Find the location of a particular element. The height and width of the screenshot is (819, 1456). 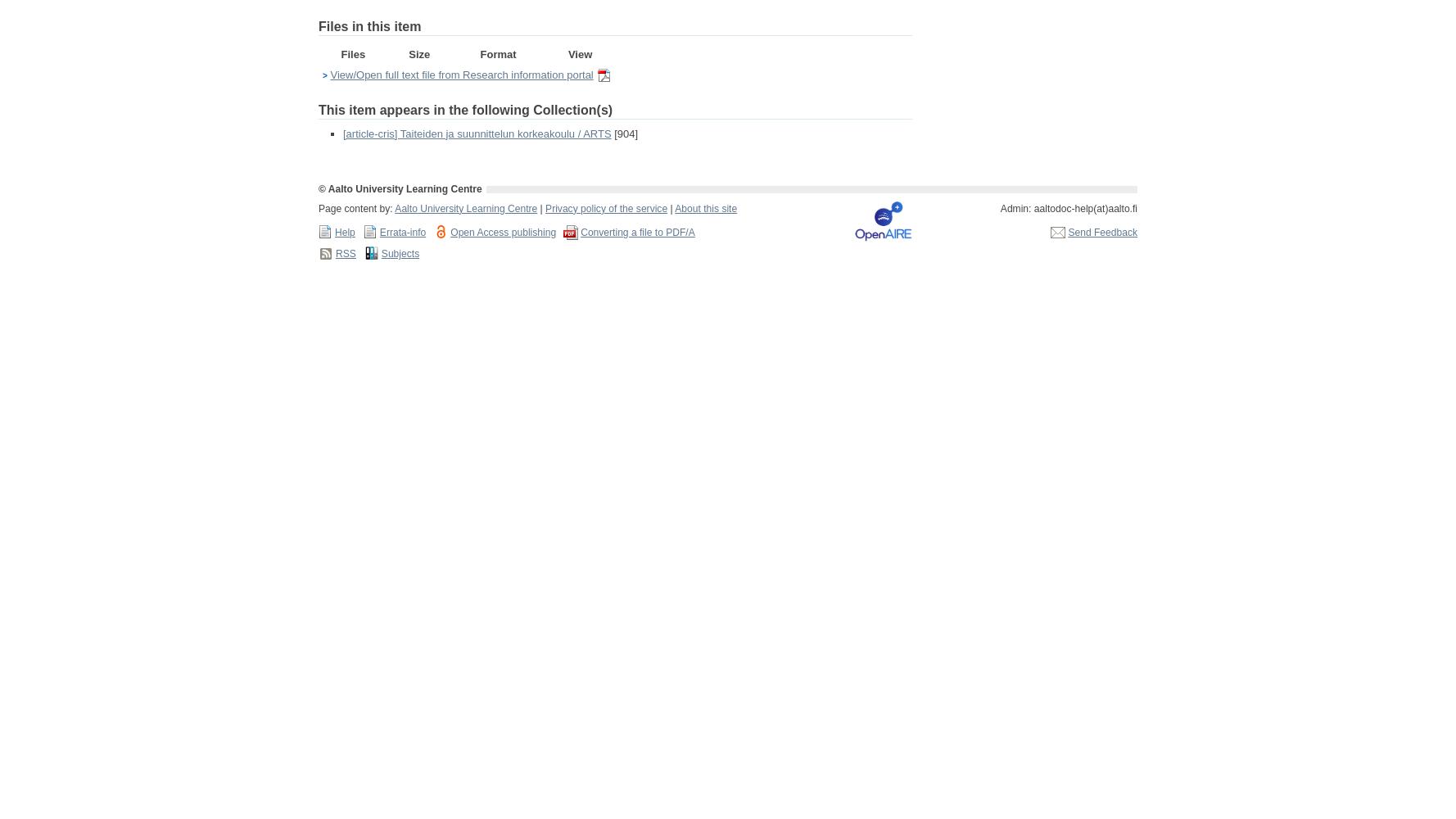

'Files' is located at coordinates (341, 52).